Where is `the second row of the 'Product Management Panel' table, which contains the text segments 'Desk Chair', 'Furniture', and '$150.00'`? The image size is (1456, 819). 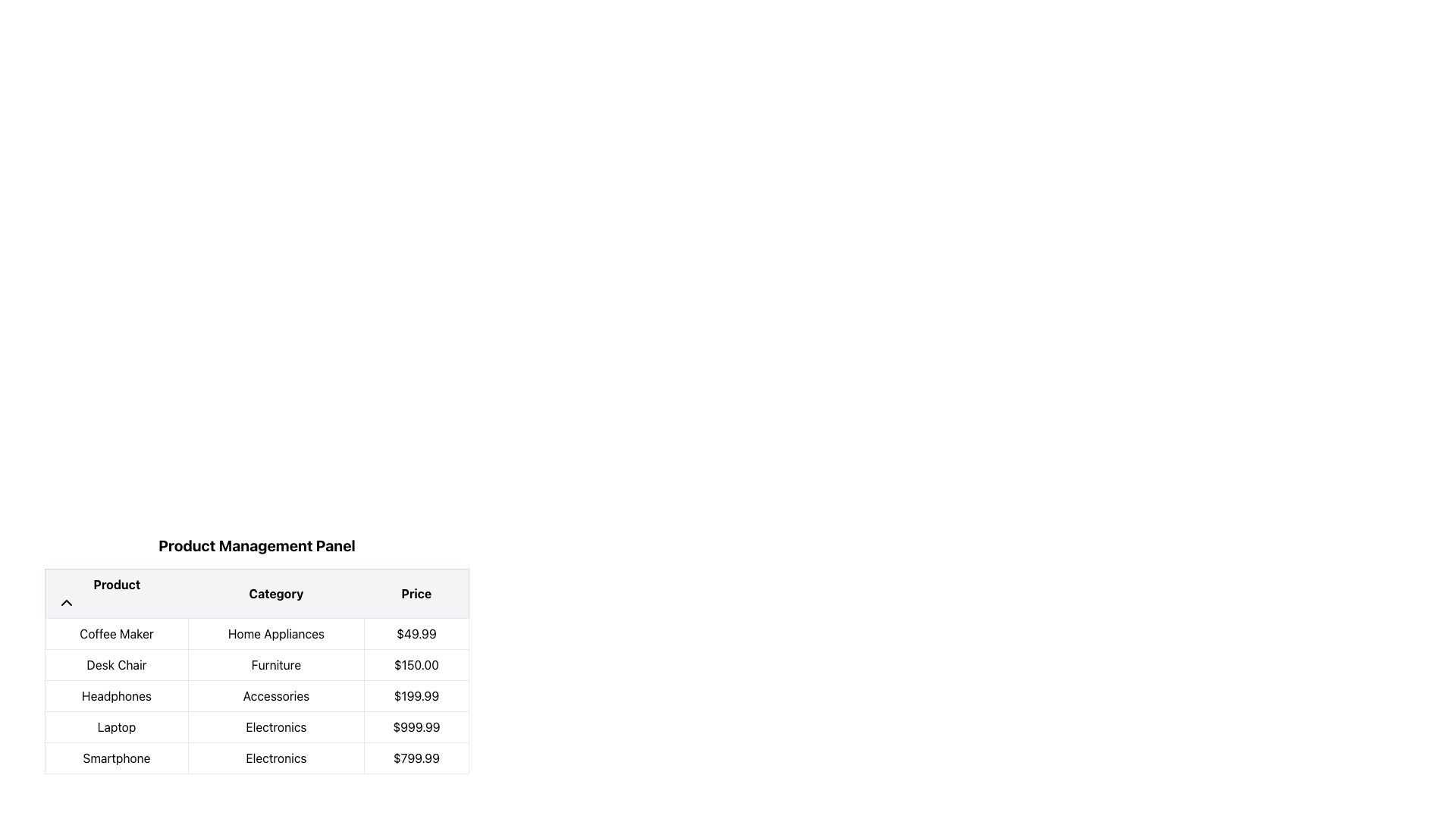
the second row of the 'Product Management Panel' table, which contains the text segments 'Desk Chair', 'Furniture', and '$150.00' is located at coordinates (257, 664).